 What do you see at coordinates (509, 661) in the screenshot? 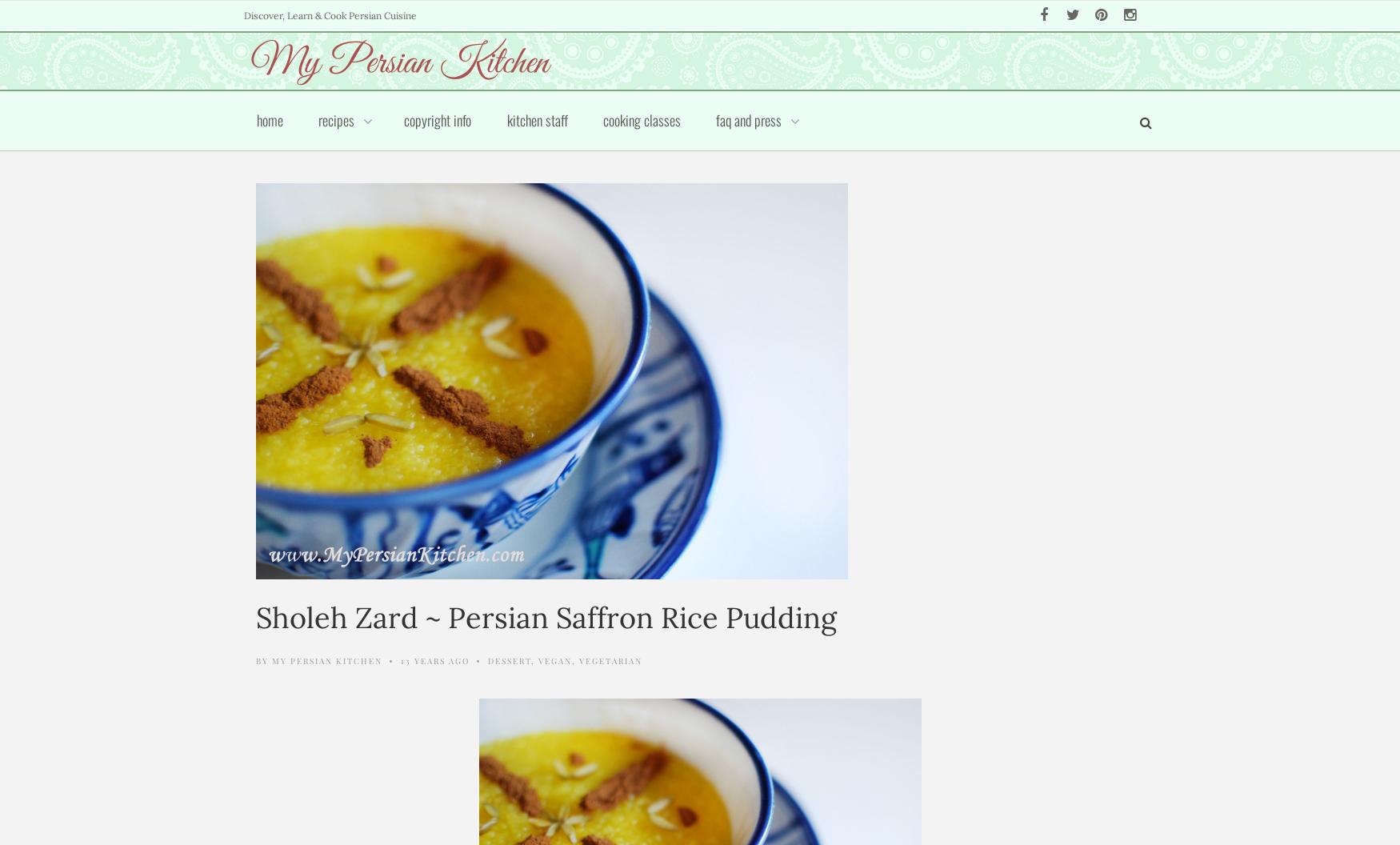
I see `'Dessert'` at bounding box center [509, 661].